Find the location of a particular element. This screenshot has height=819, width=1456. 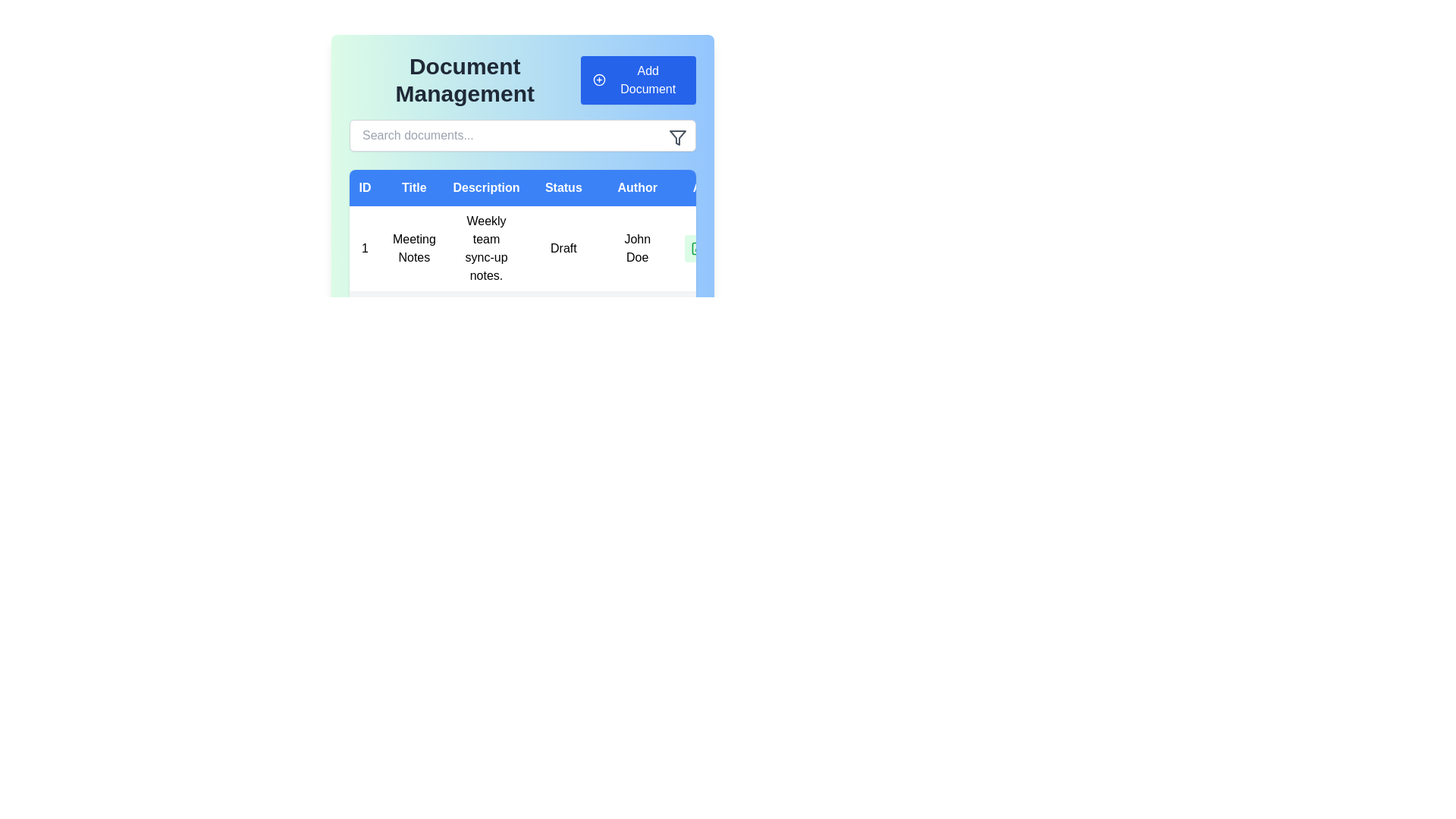

the edit icon located in the 'Author' column of the table for the 'Meeting Notes' entry is located at coordinates (699, 246).